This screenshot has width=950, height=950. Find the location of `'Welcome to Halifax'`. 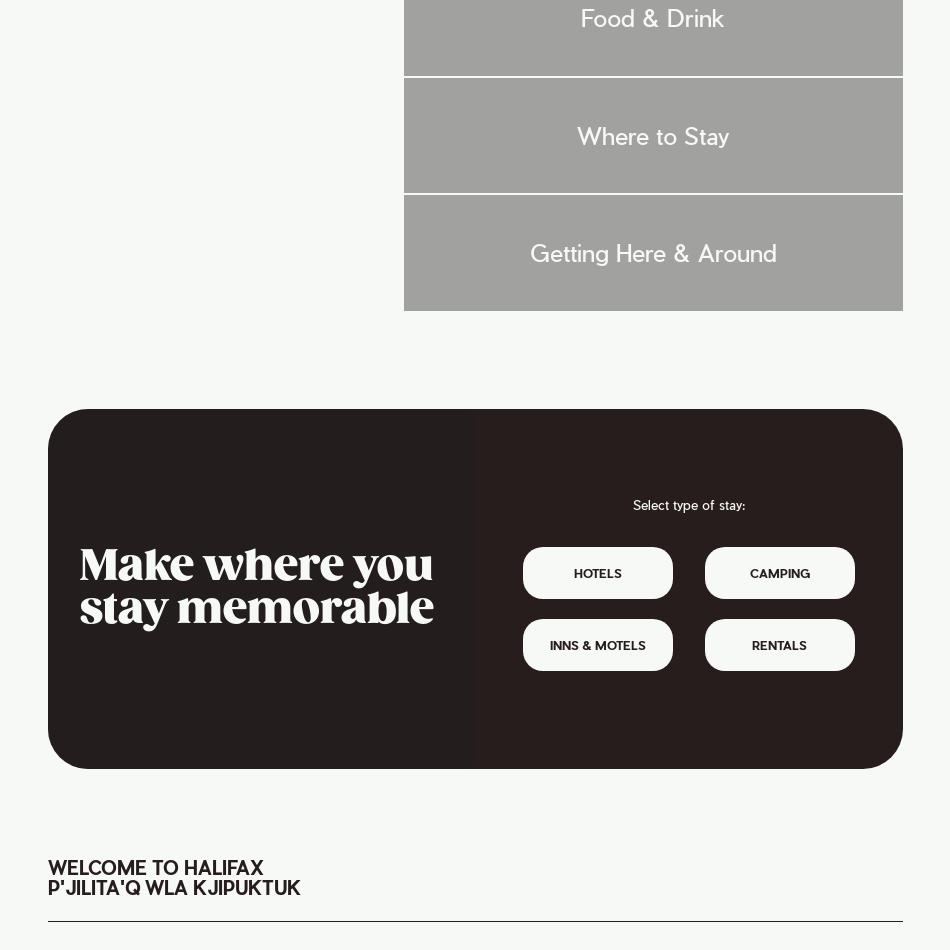

'Welcome to Halifax' is located at coordinates (155, 865).